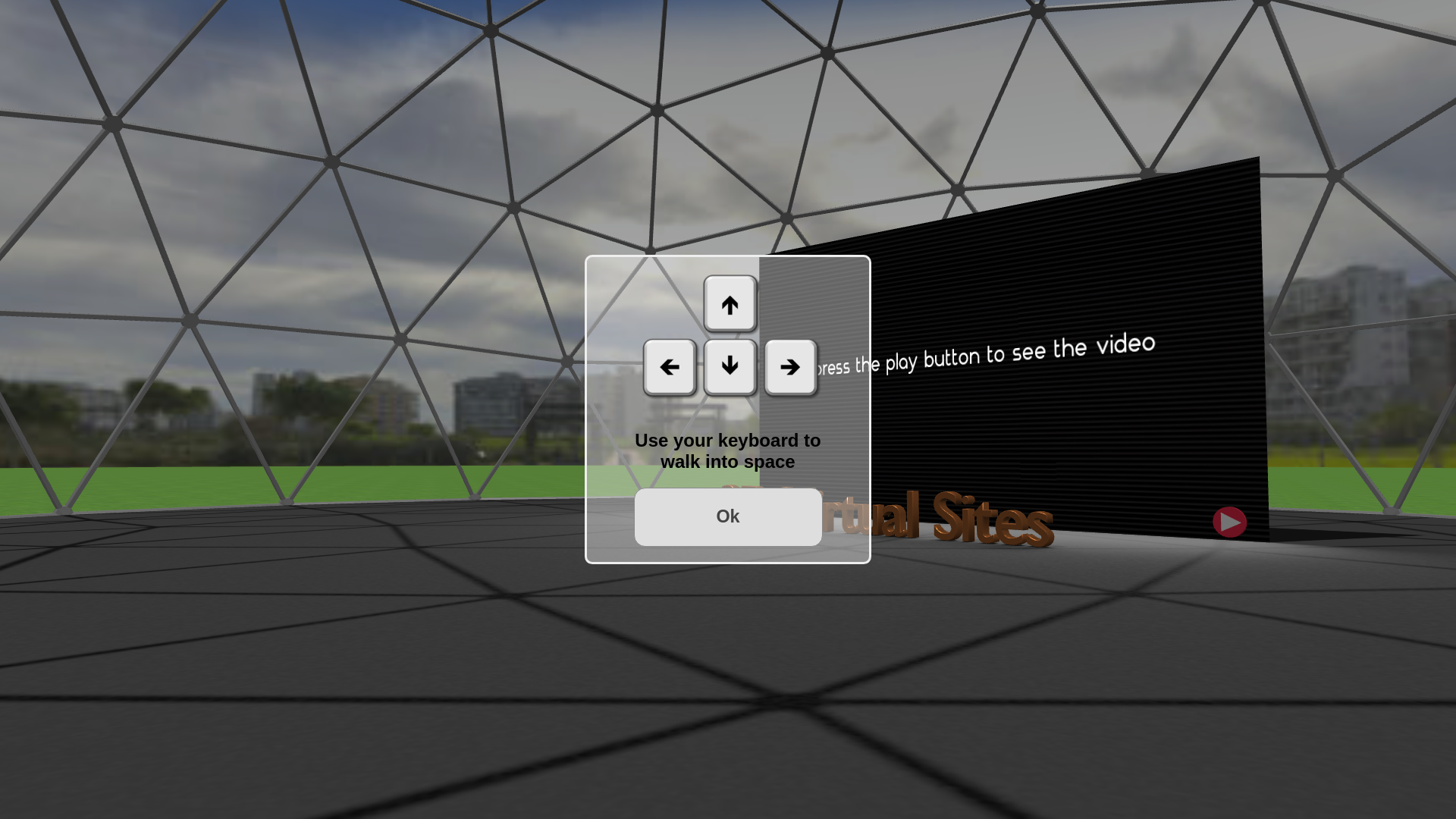 This screenshot has width=1456, height=819. I want to click on 'Ok', so click(728, 516).